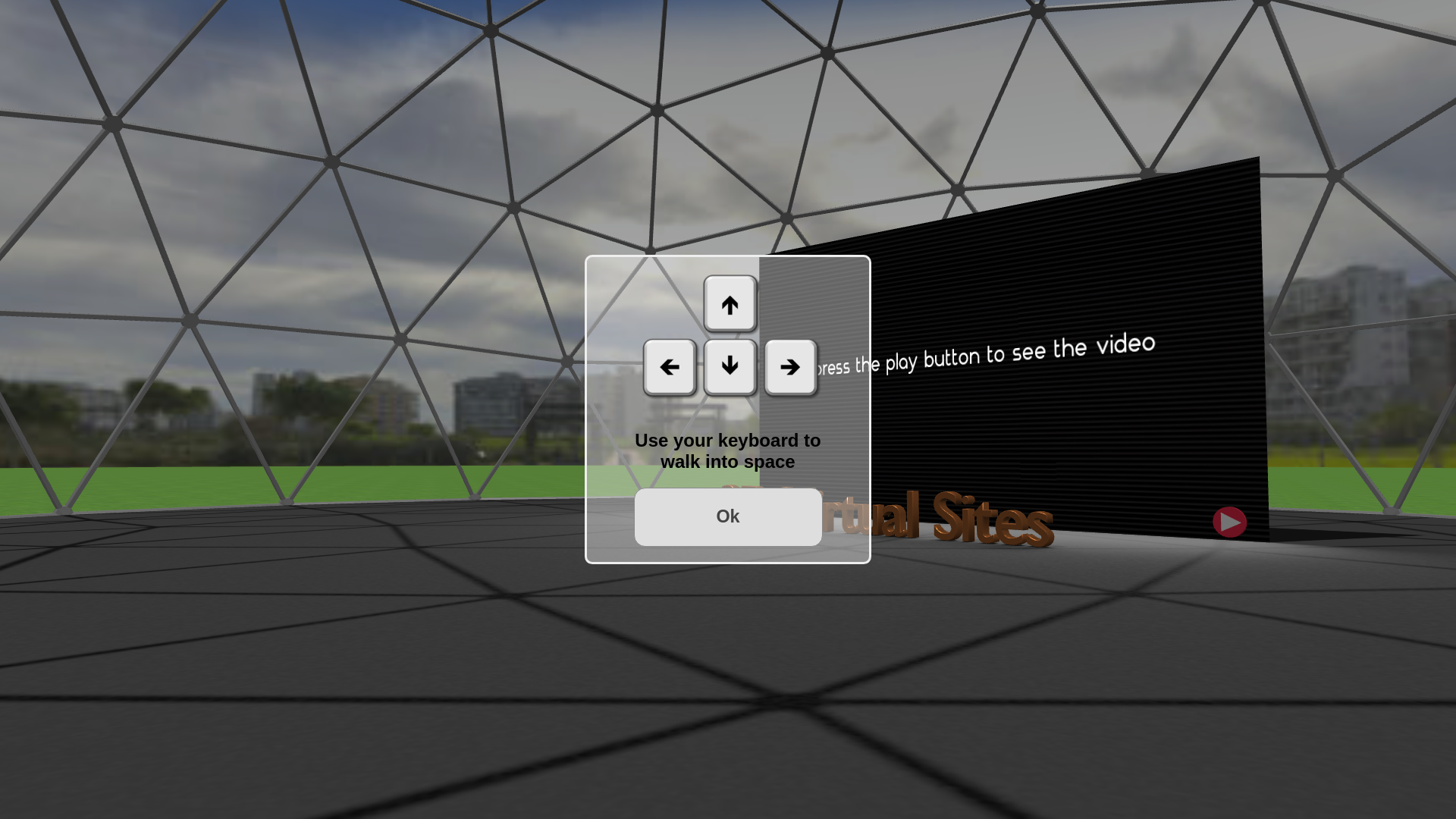 This screenshot has width=1456, height=819. I want to click on 'Ok', so click(728, 516).